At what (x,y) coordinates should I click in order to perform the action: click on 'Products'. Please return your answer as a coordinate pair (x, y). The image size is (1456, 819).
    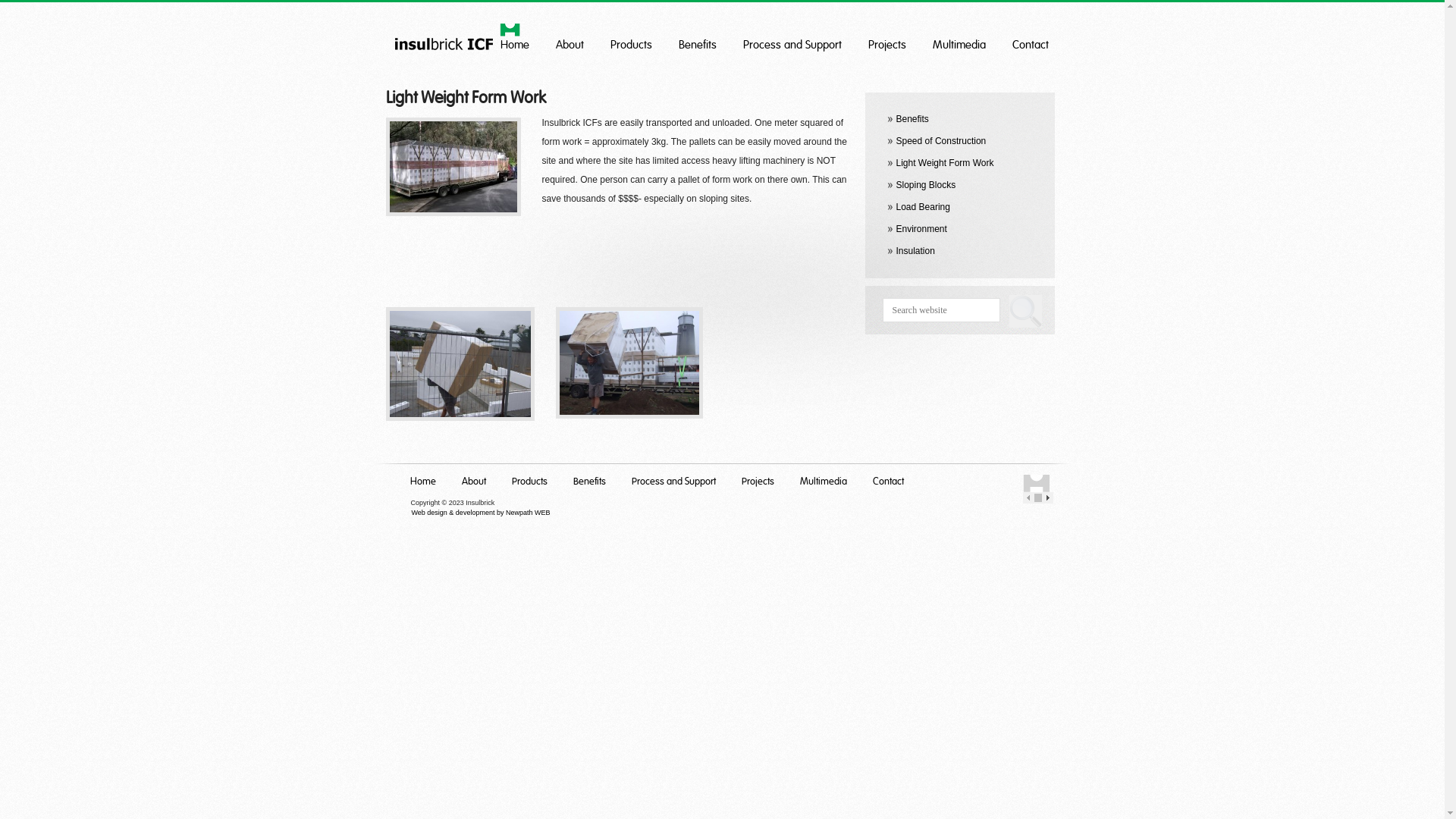
    Looking at the image, I should click on (529, 478).